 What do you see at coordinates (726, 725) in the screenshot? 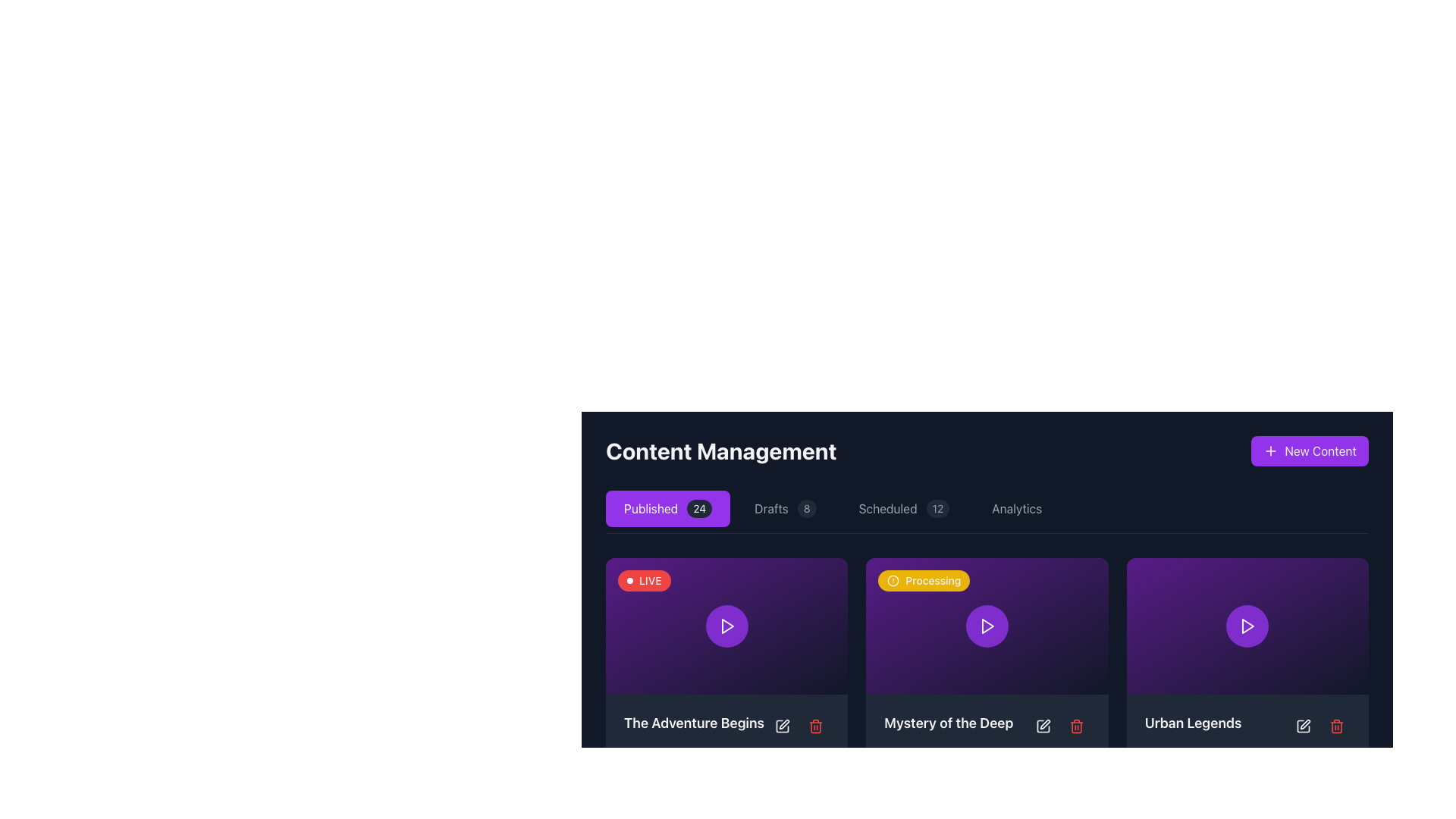
I see `the text label displaying 'The Adventure Begins'` at bounding box center [726, 725].